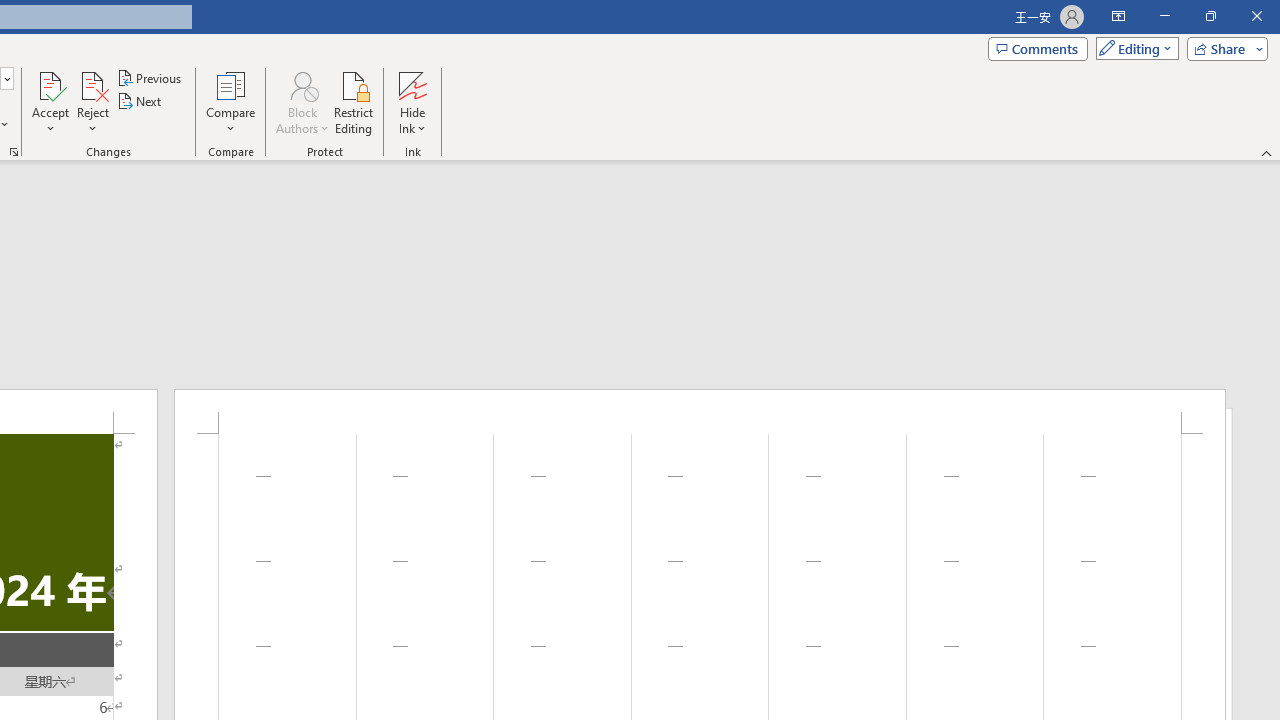 The width and height of the screenshot is (1280, 720). What do you see at coordinates (301, 103) in the screenshot?
I see `'Block Authors'` at bounding box center [301, 103].